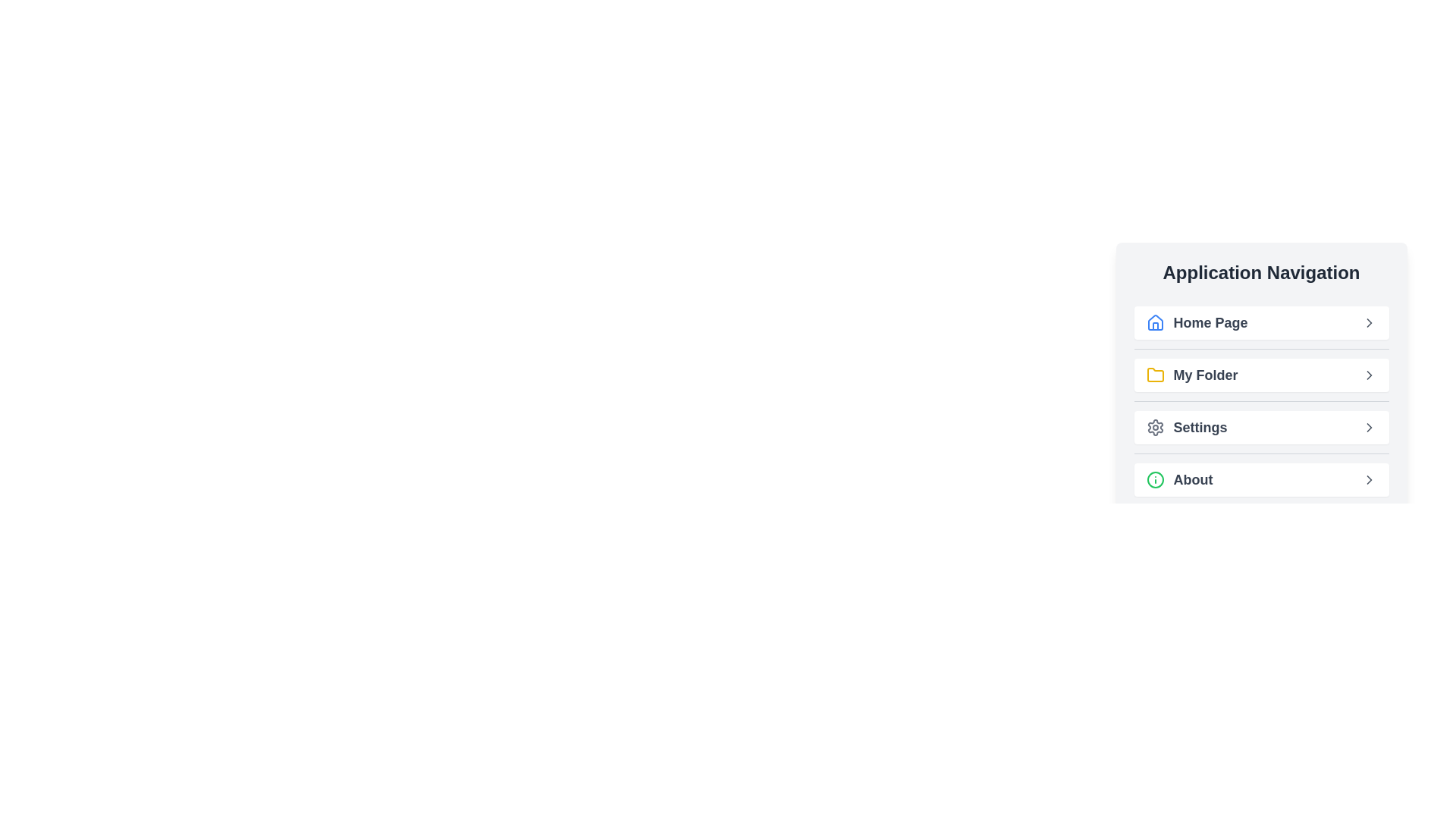 Image resolution: width=1456 pixels, height=819 pixels. I want to click on the 'Settings' text label in the navigation panel, so click(1200, 427).